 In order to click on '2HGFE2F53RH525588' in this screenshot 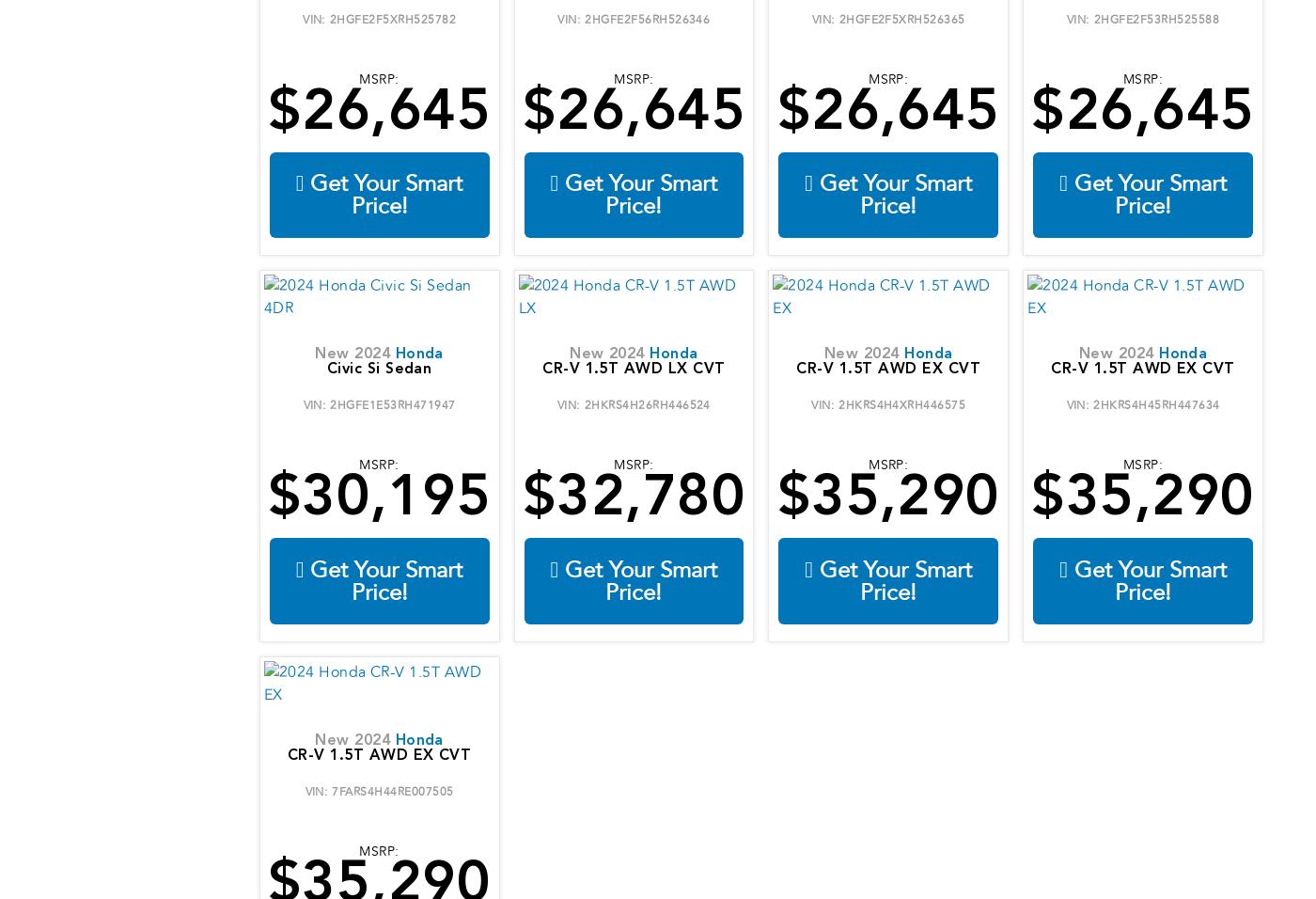, I will do `click(1156, 17)`.